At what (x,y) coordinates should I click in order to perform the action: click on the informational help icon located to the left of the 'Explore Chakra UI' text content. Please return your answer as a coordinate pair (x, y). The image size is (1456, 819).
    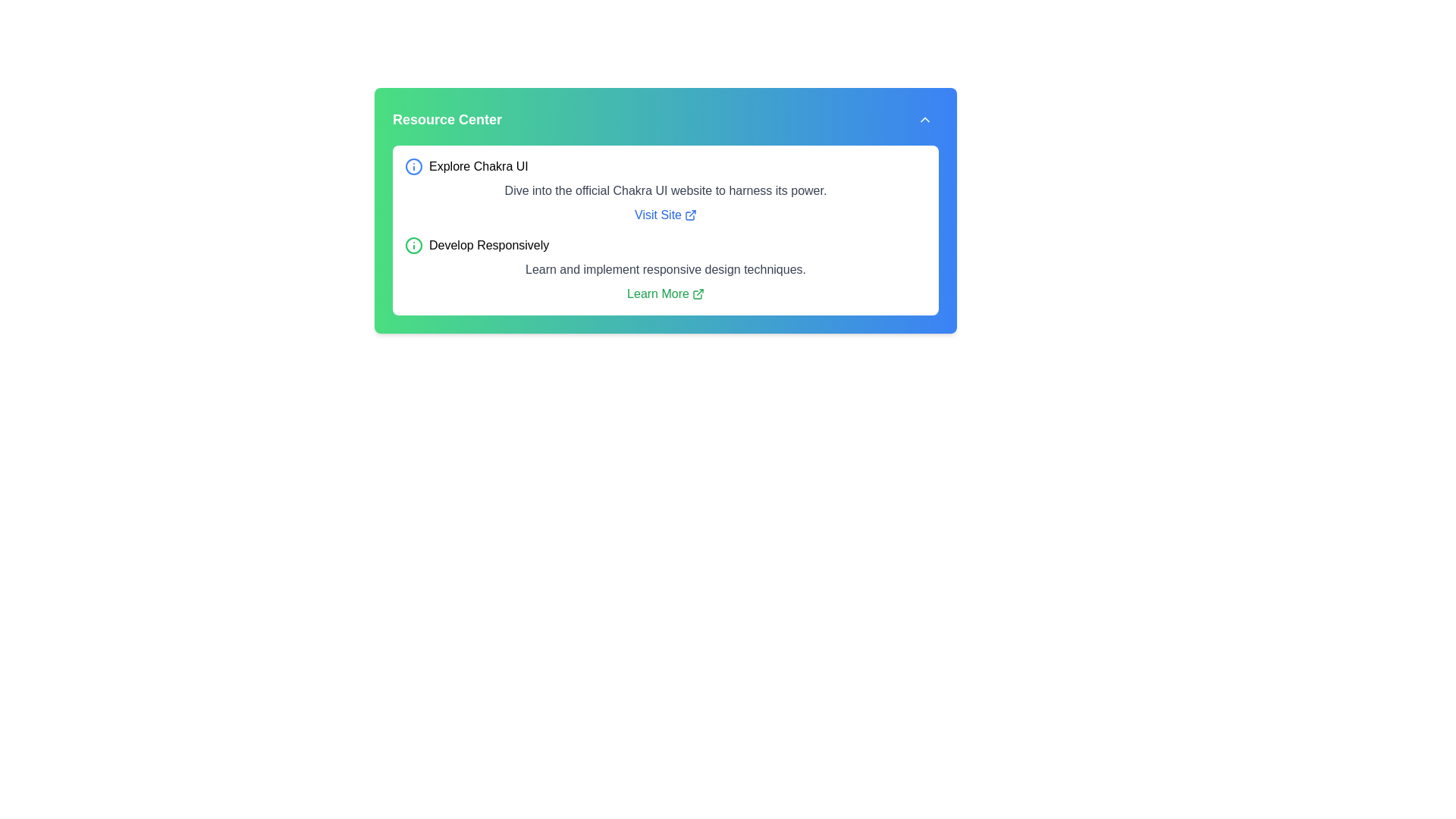
    Looking at the image, I should click on (414, 166).